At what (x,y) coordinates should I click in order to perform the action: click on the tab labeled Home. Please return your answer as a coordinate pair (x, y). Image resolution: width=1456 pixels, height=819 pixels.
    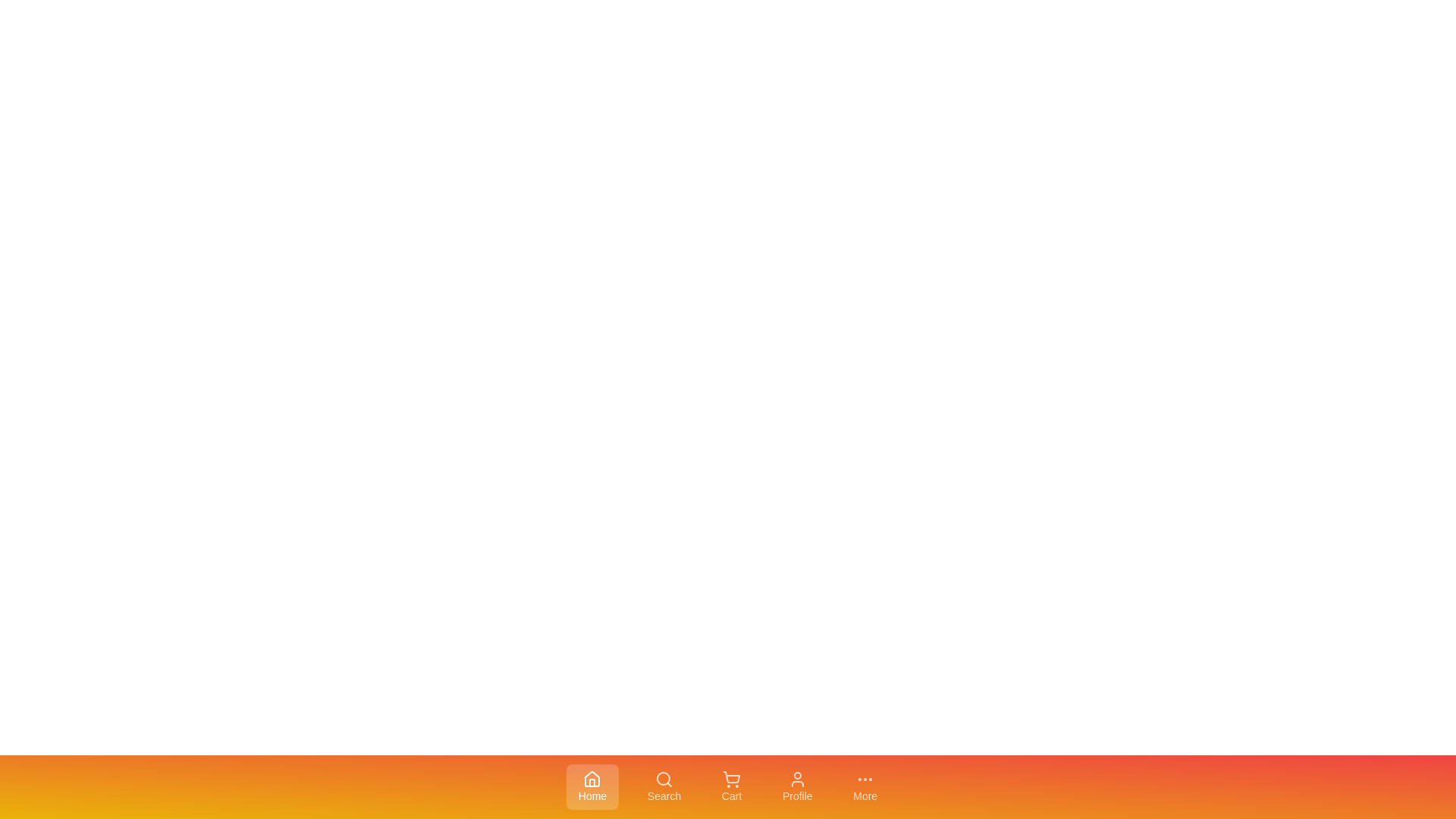
    Looking at the image, I should click on (591, 786).